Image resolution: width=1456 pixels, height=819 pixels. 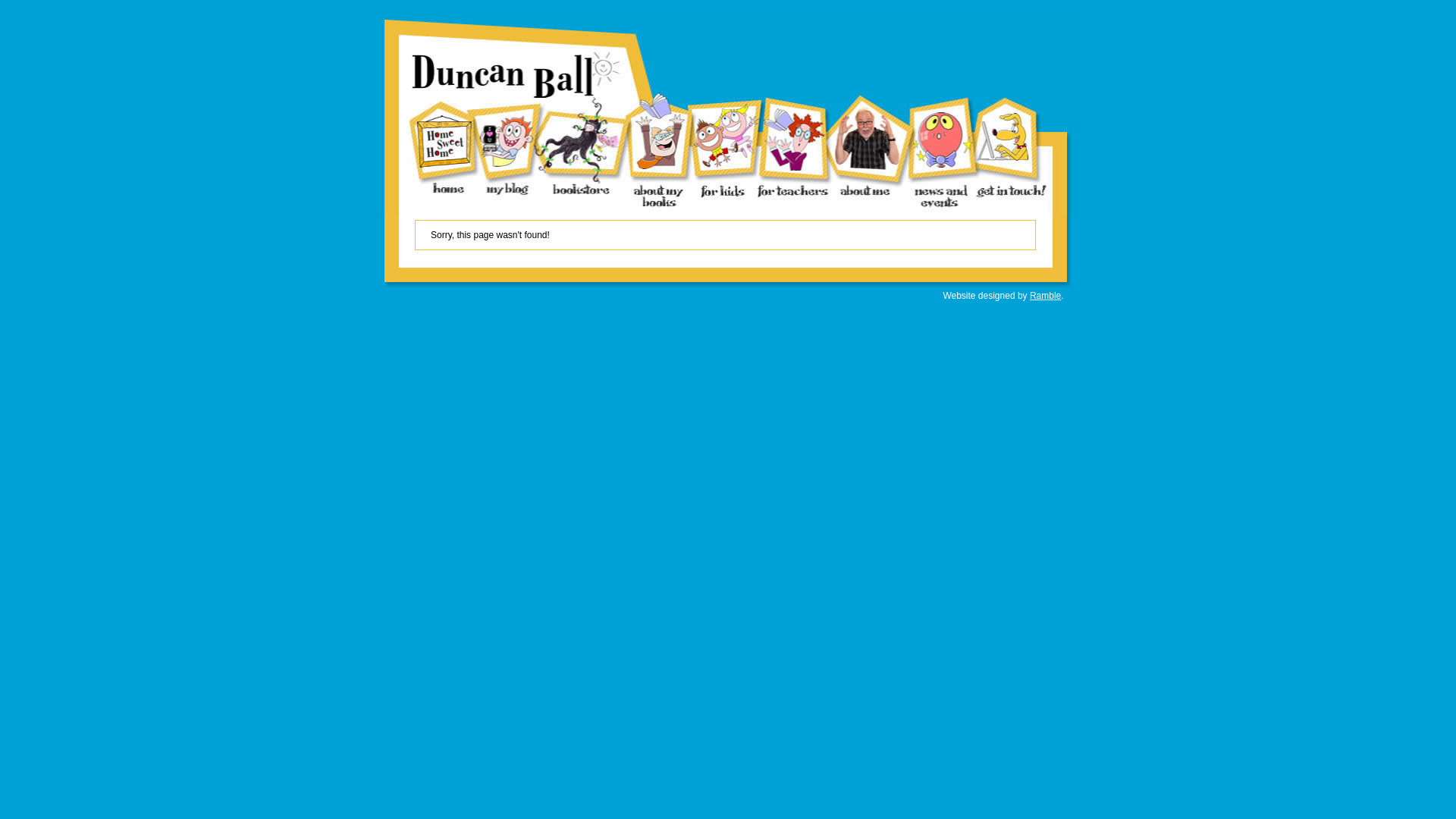 What do you see at coordinates (1044, 295) in the screenshot?
I see `'Ramble'` at bounding box center [1044, 295].